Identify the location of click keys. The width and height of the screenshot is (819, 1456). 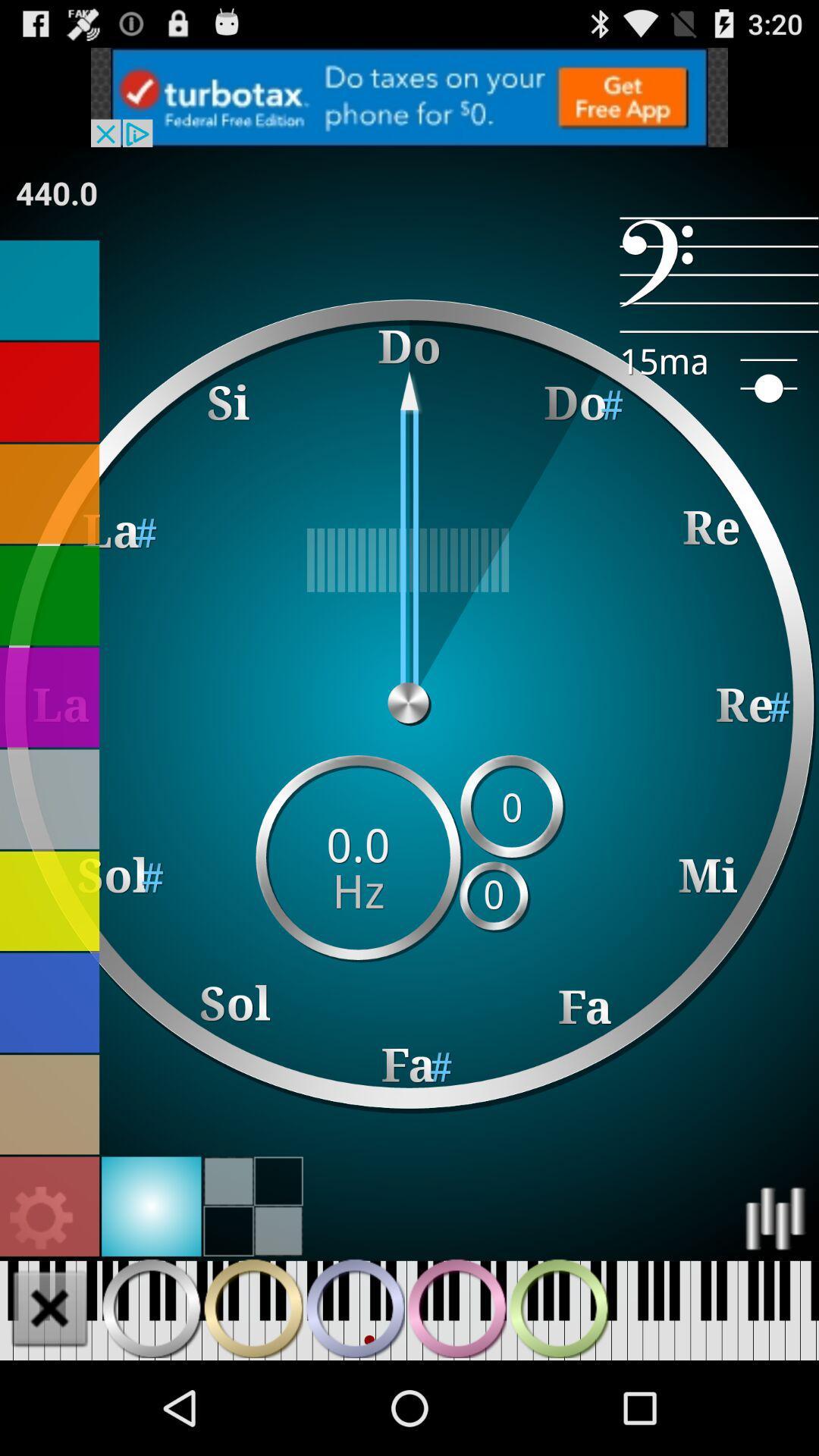
(253, 1307).